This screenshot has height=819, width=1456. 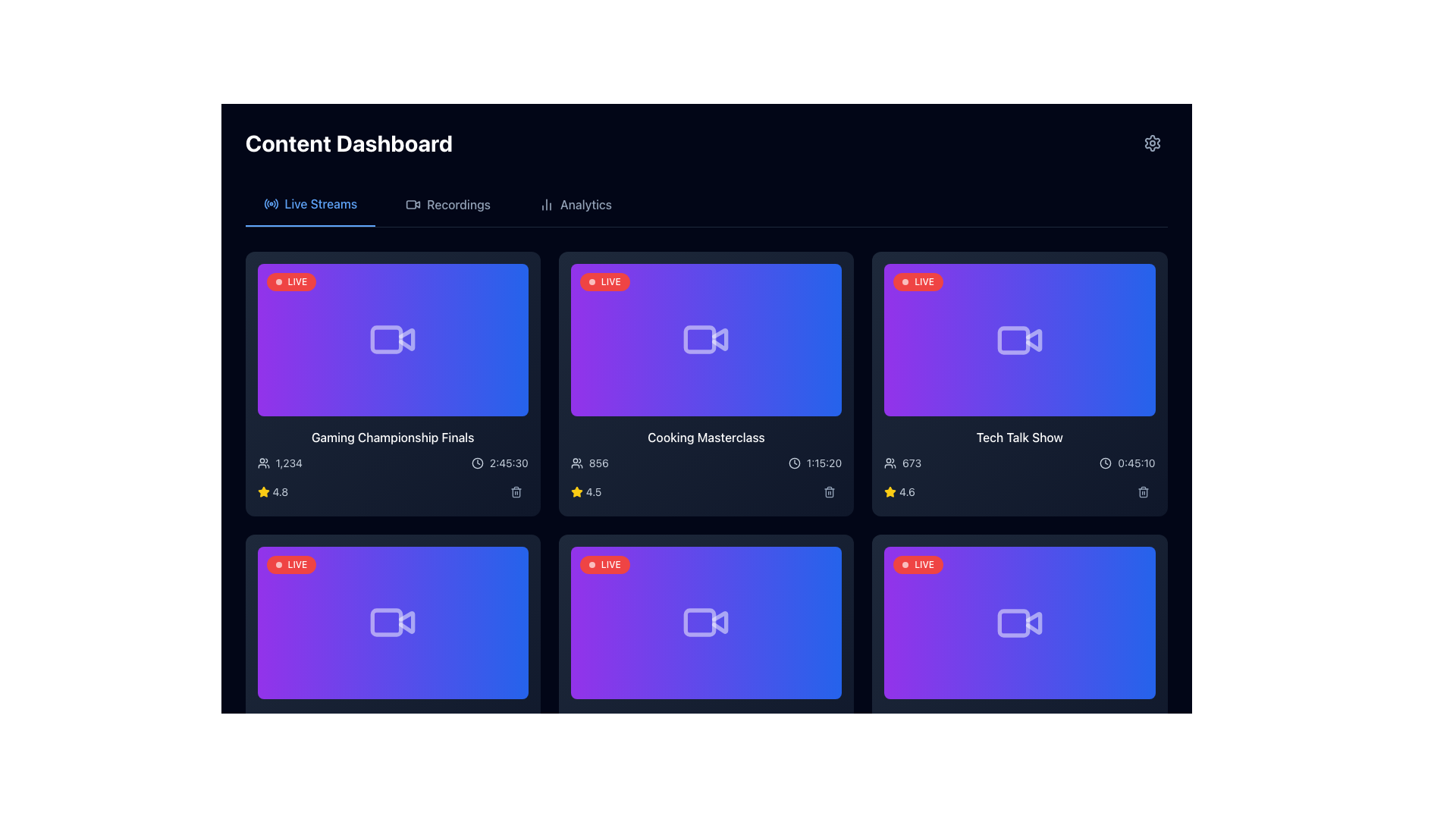 I want to click on the delete button located in the bottom-right corner of the 'Cooking Masterclass' card on the dashboard, so click(x=829, y=491).